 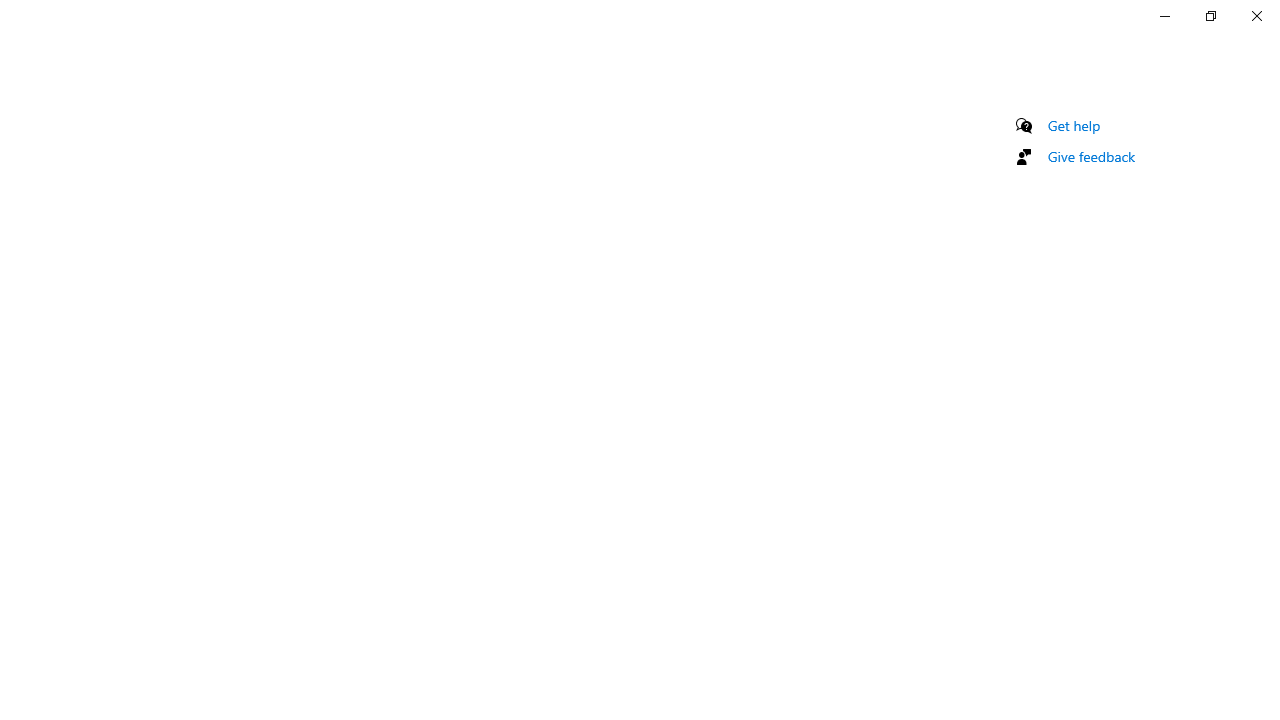 I want to click on 'Get help', so click(x=1073, y=125).